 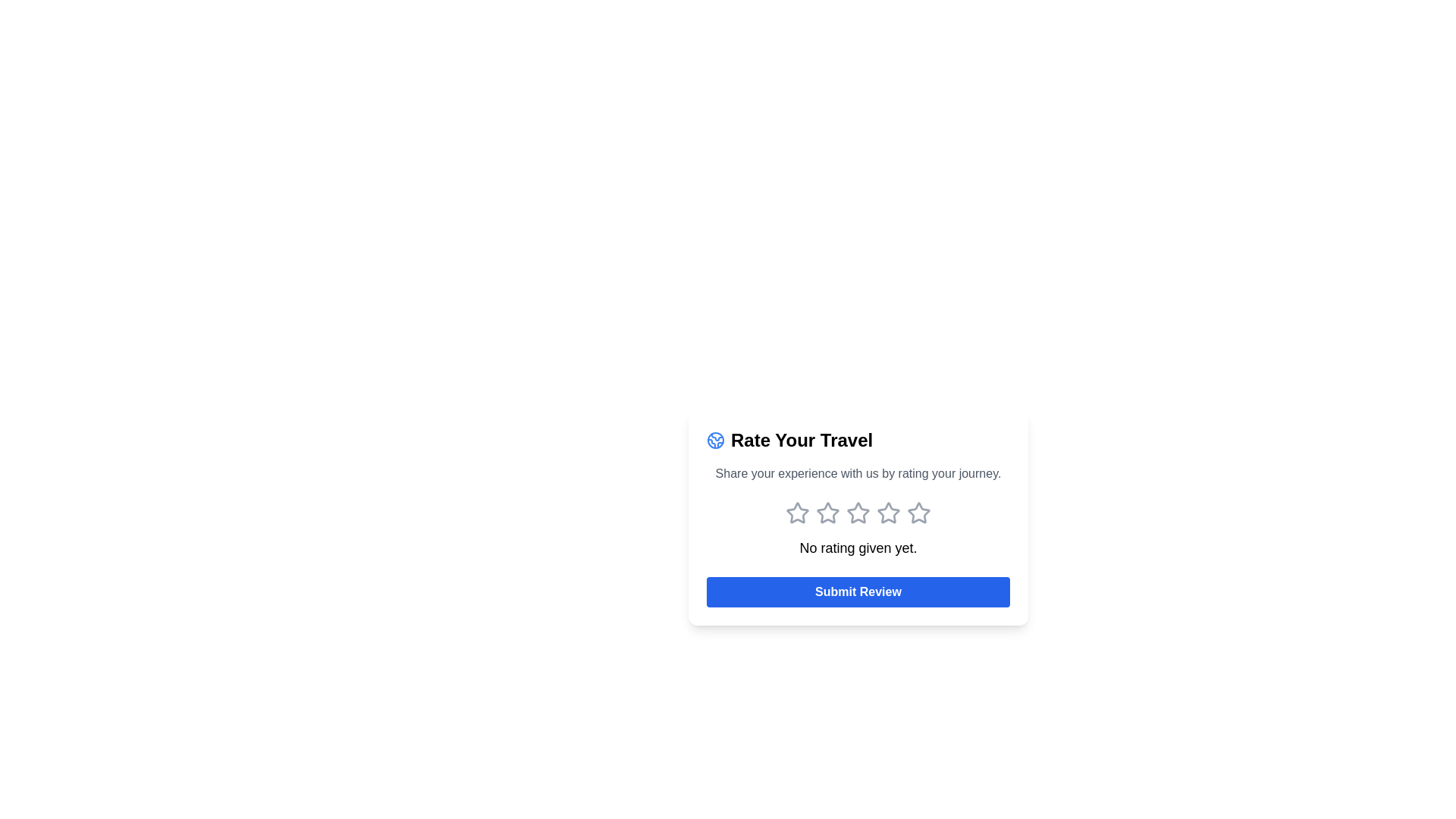 I want to click on the third star icon in the rating system to rate 3 stars, so click(x=858, y=513).